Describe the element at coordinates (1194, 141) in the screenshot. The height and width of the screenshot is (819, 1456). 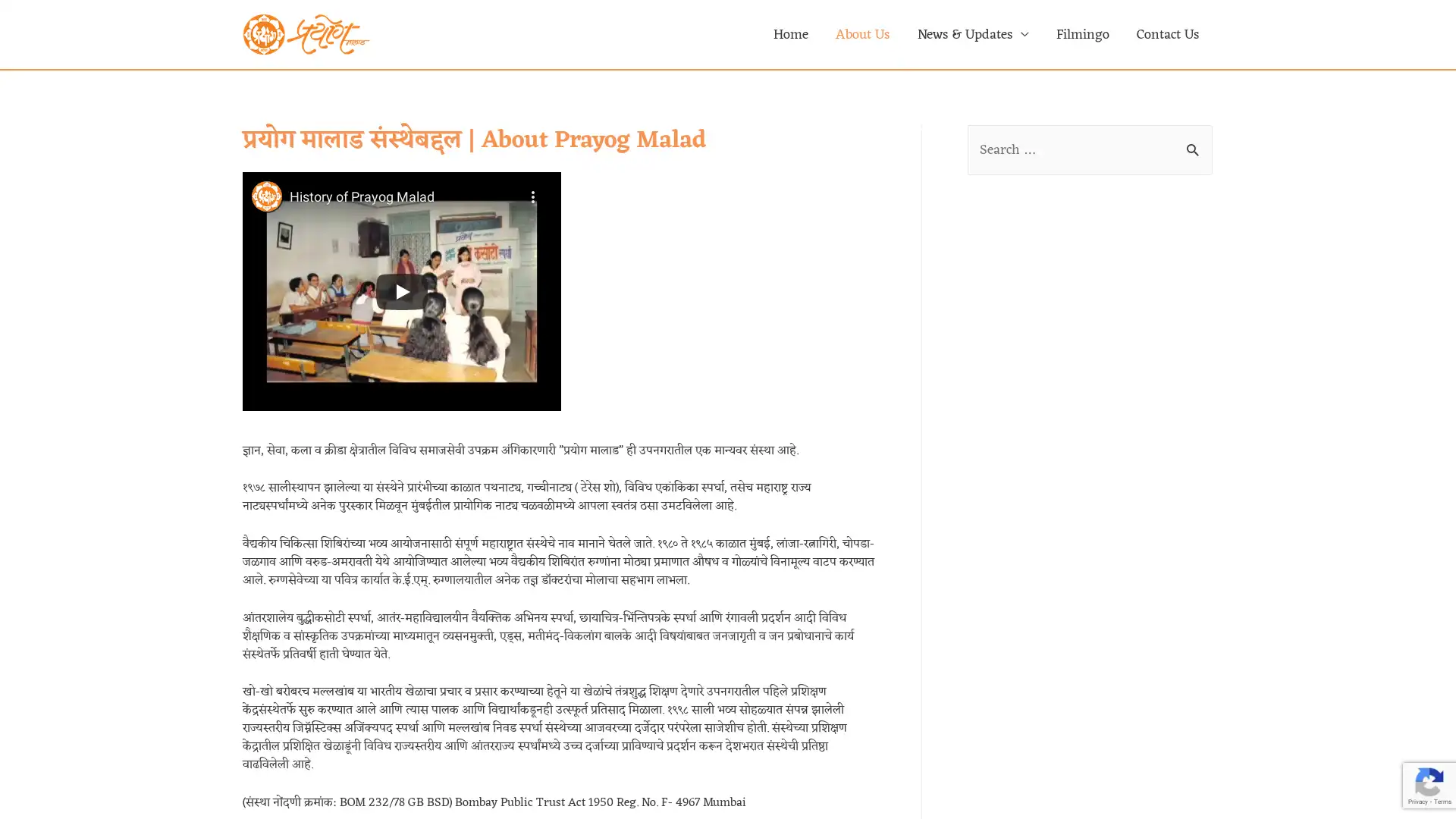
I see `Search` at that location.